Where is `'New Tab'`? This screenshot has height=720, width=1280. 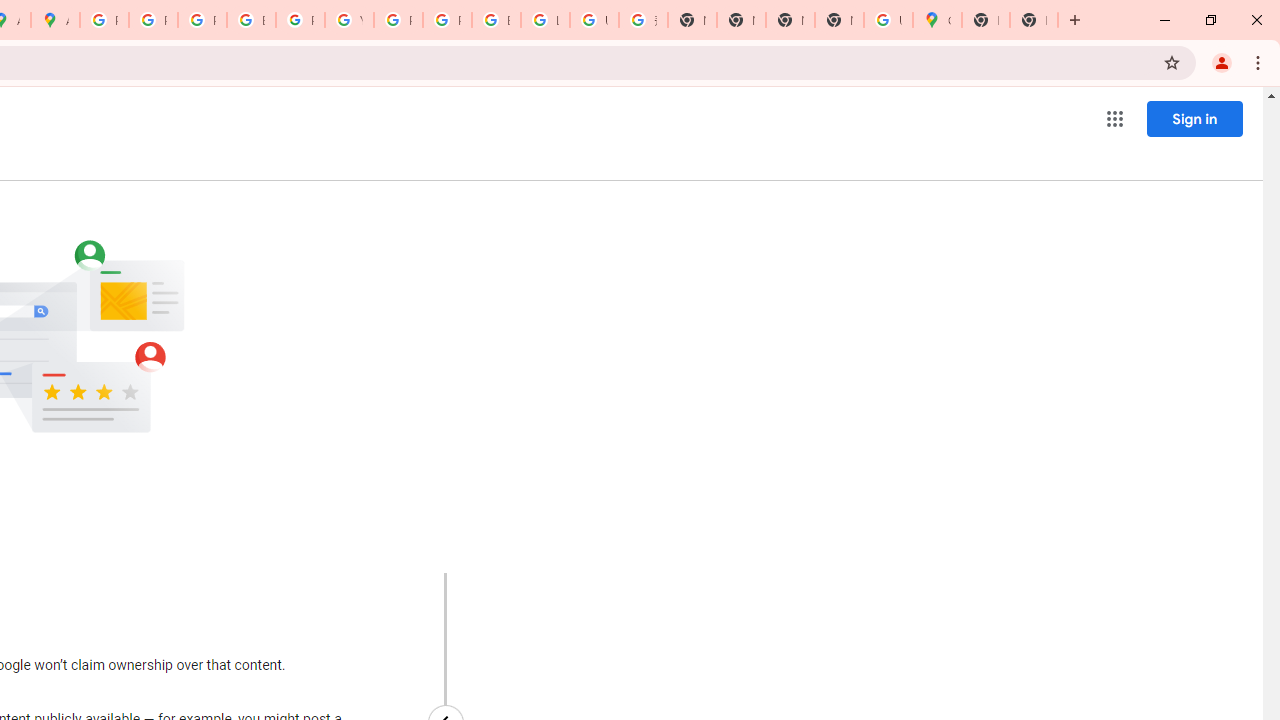
'New Tab' is located at coordinates (986, 20).